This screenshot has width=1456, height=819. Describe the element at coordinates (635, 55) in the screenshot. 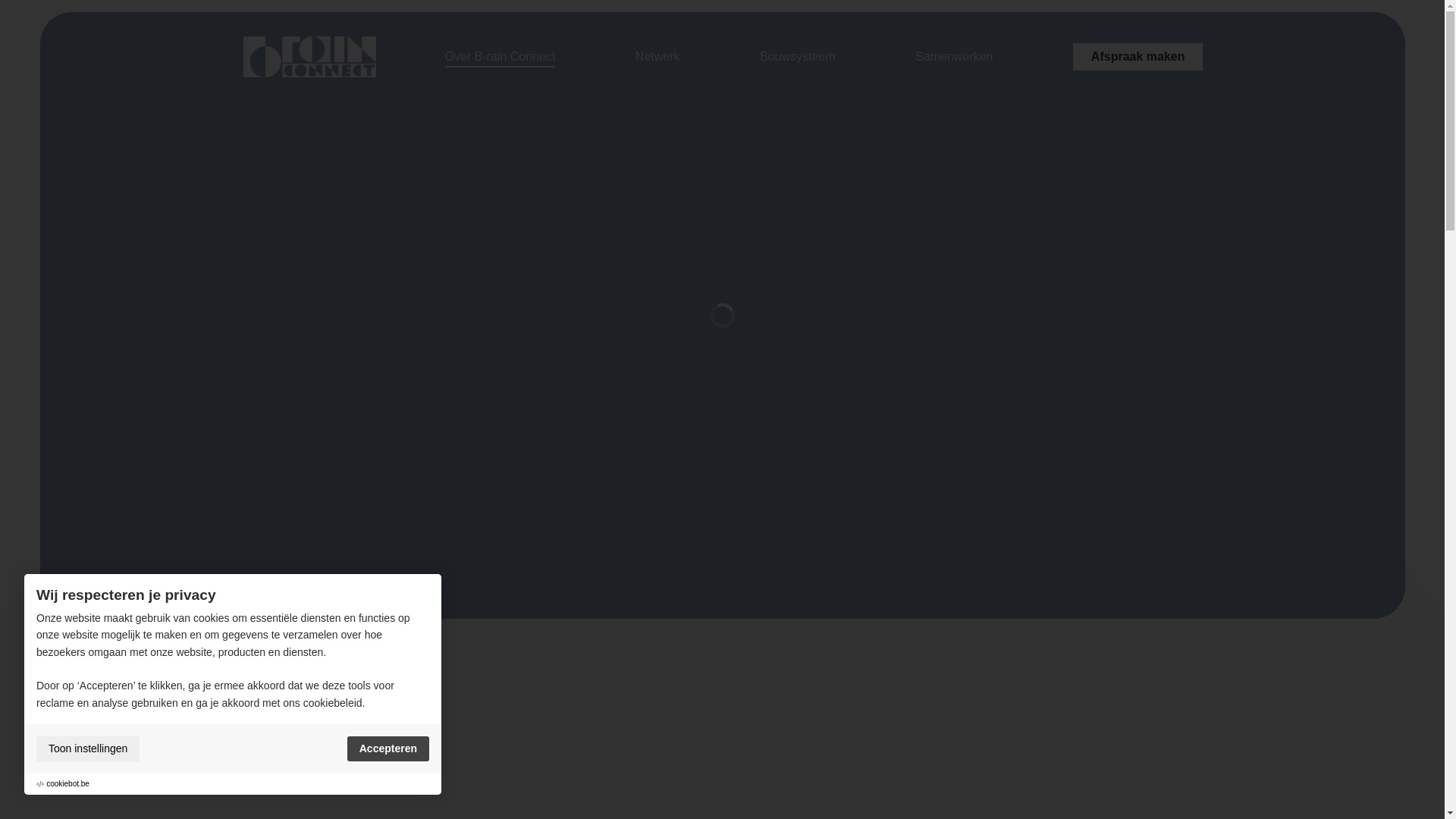

I see `'Netwerk'` at that location.